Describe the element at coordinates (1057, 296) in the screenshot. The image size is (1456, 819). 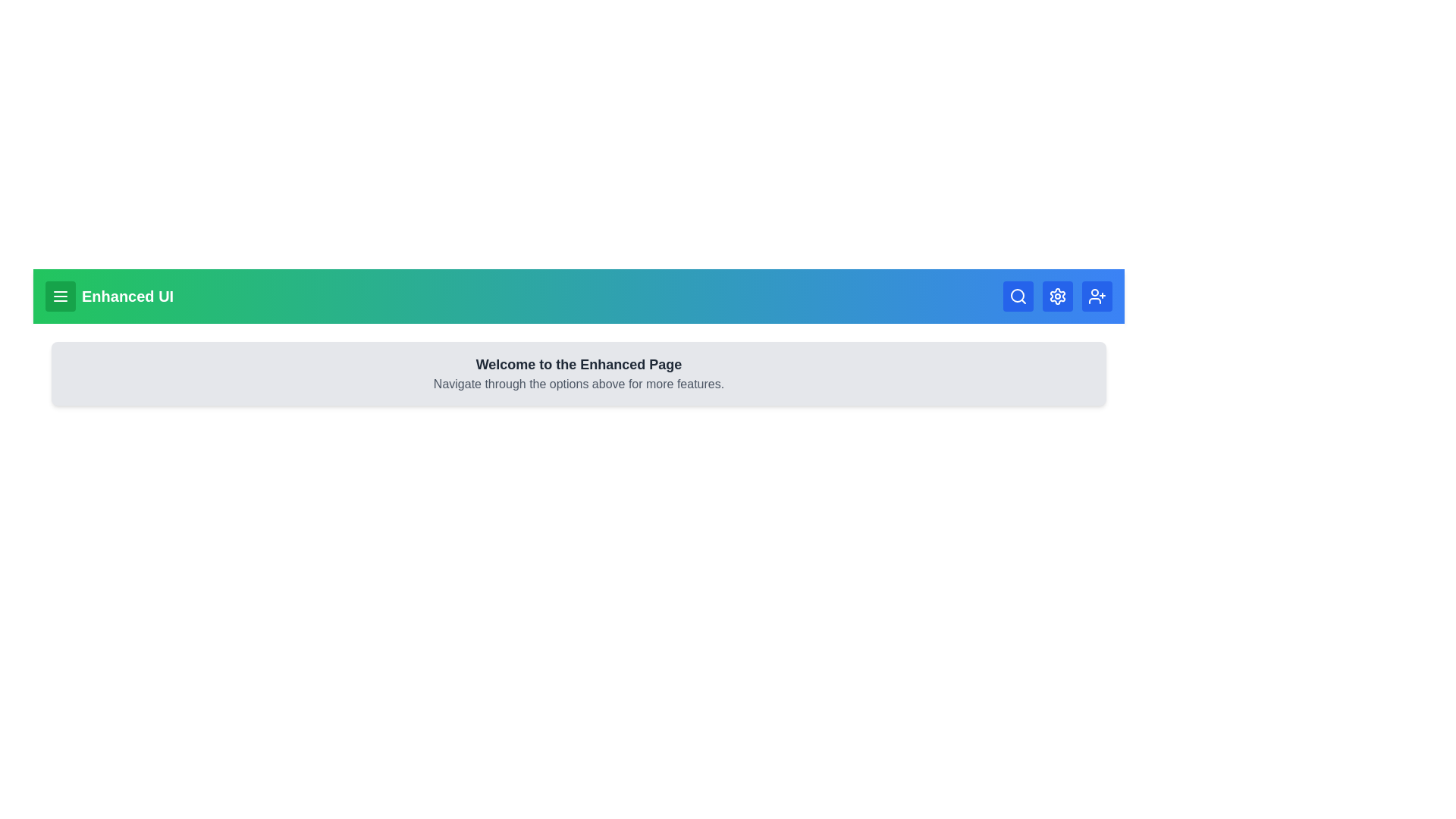
I see `the settings button` at that location.